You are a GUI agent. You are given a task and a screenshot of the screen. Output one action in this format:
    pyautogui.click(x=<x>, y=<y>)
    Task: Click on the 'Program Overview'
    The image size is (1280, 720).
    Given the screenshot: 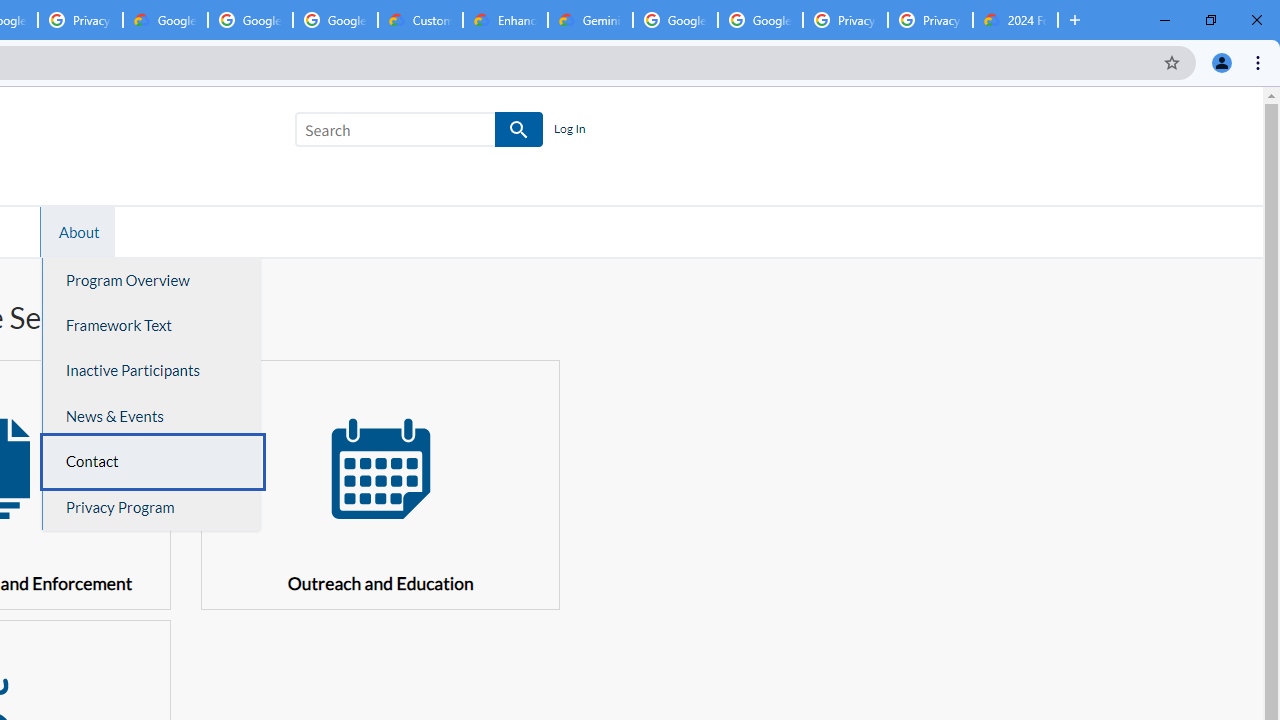 What is the action you would take?
    pyautogui.click(x=151, y=280)
    